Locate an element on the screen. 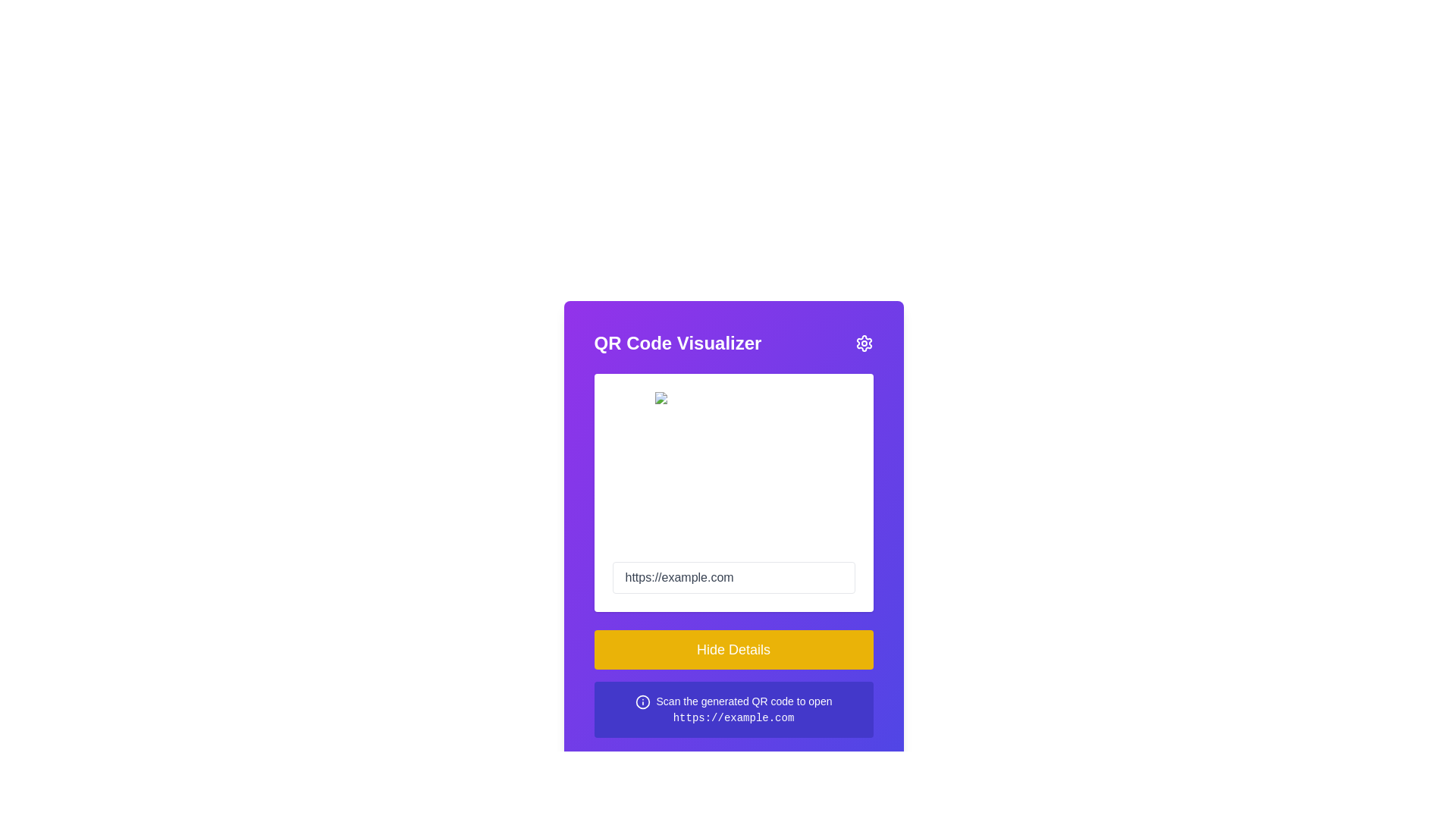  the primary circular SVG element in the upper right corner of the QR Code Visualizer interface is located at coordinates (642, 702).